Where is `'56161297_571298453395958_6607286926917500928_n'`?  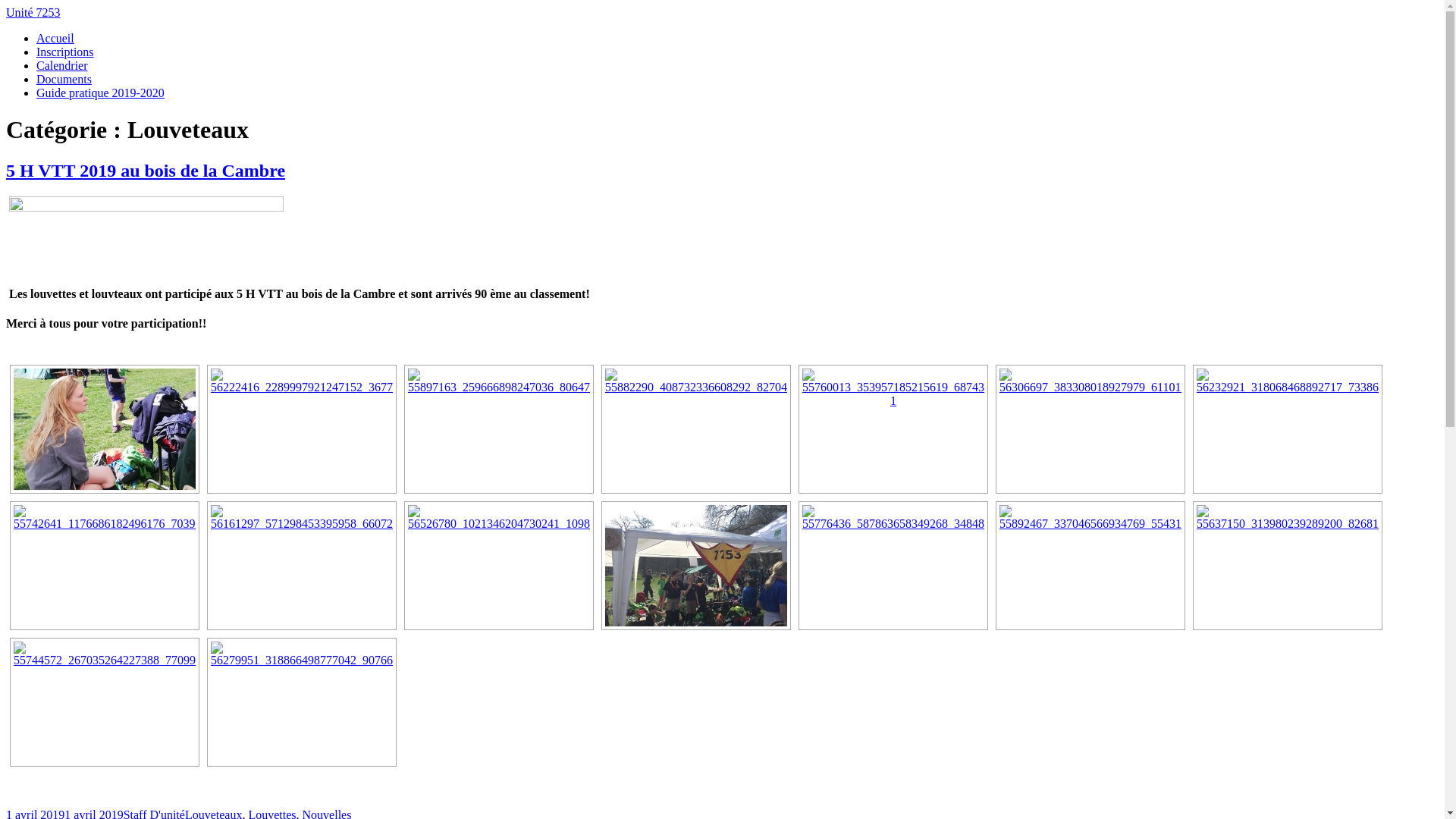 '56161297_571298453395958_6607286926917500928_n' is located at coordinates (302, 565).